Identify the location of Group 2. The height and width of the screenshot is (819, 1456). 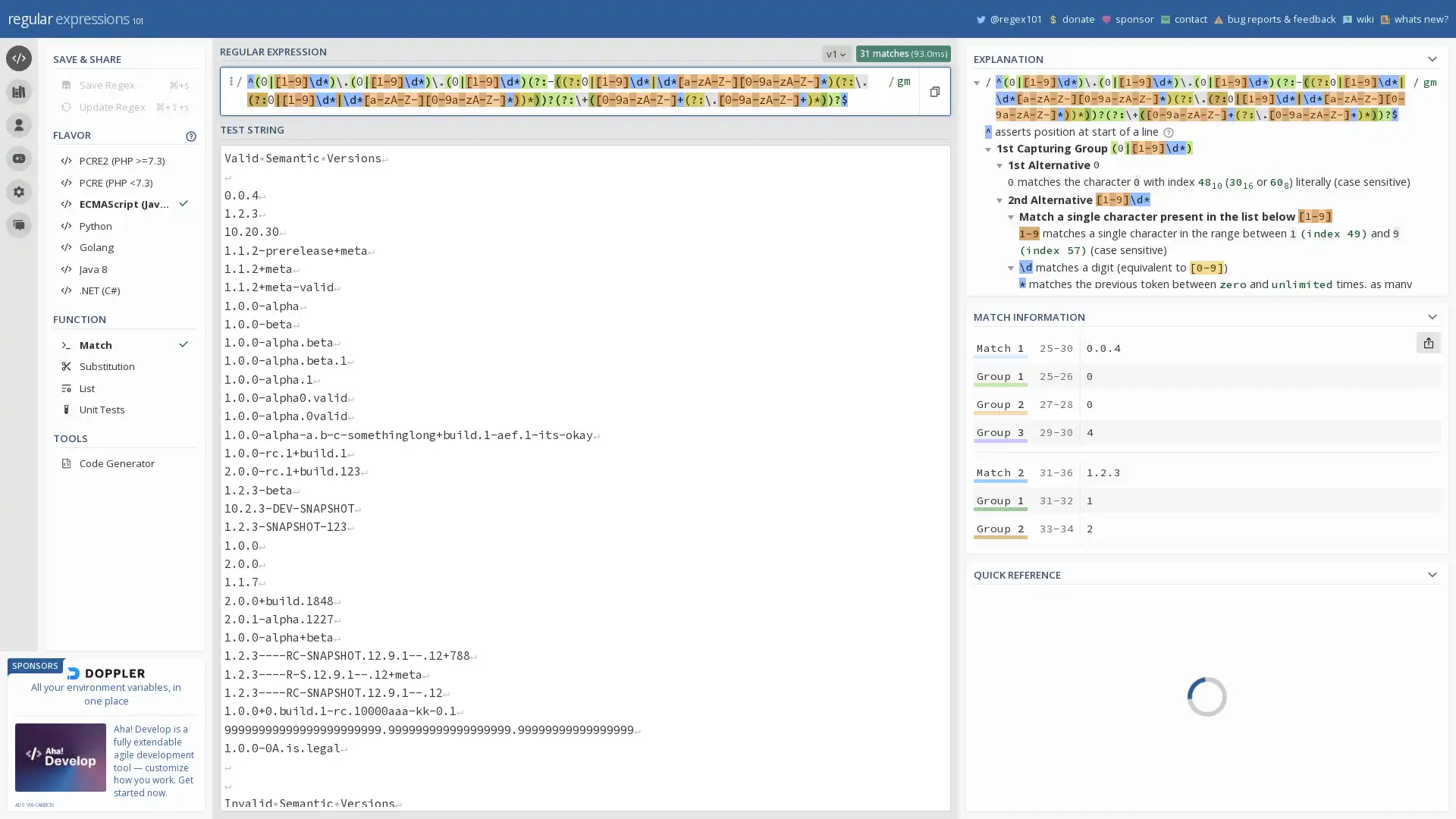
(1000, 403).